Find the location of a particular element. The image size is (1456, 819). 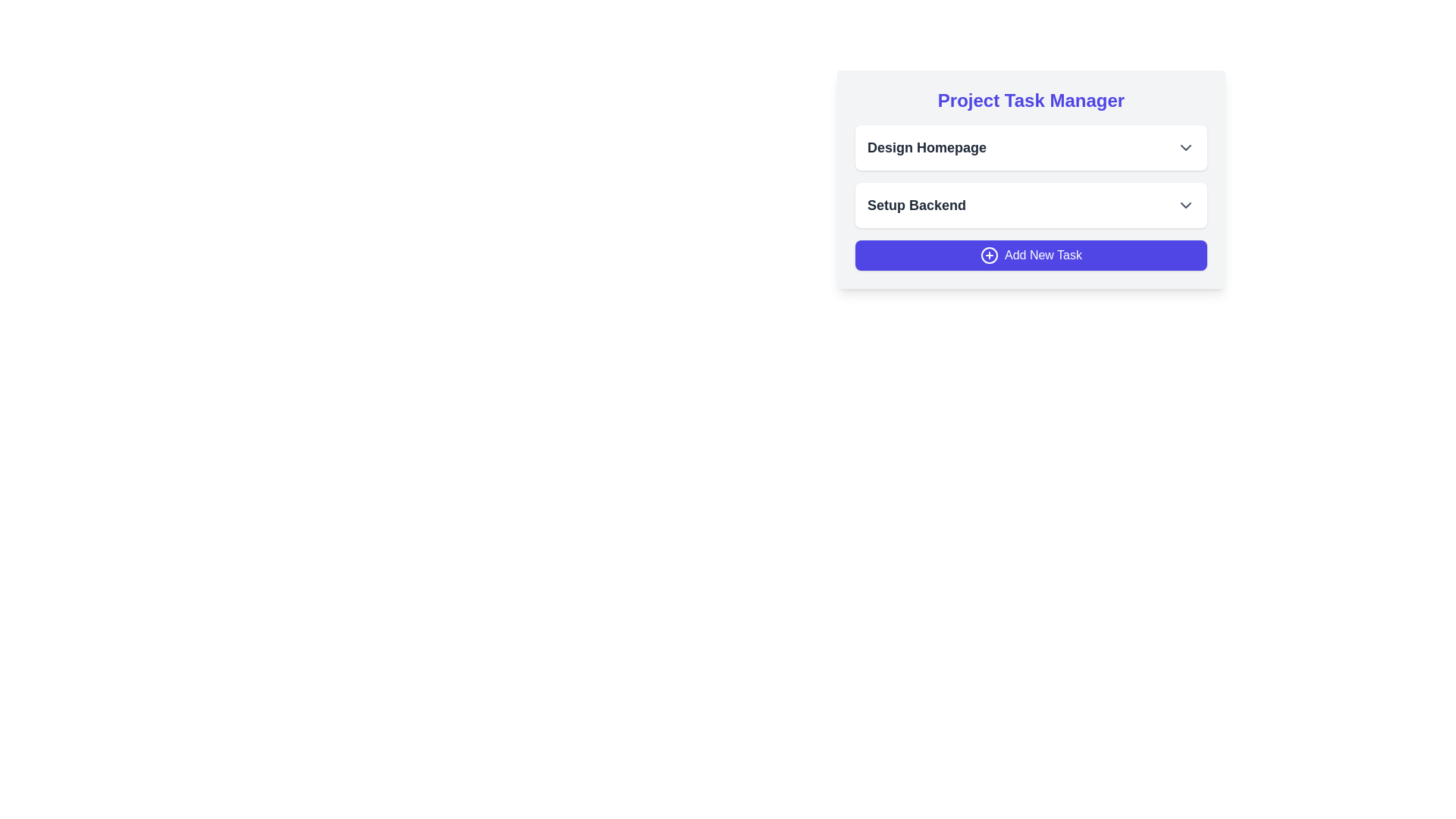

the 'Setup Backend' dropdown menu element for keyboard navigation is located at coordinates (1031, 205).